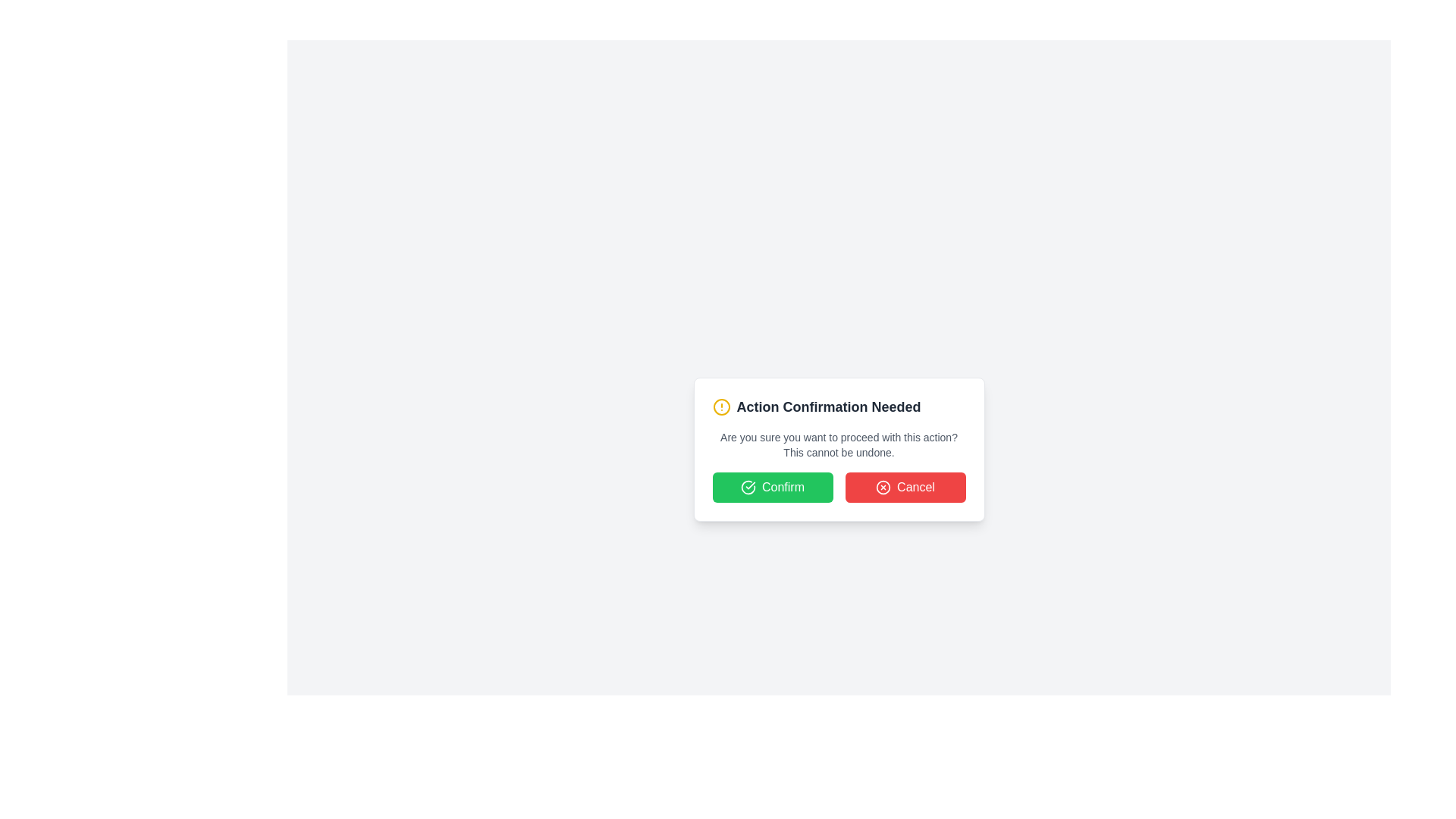 The width and height of the screenshot is (1456, 819). What do you see at coordinates (828, 406) in the screenshot?
I see `text label that serves as a heading for the dialog box, indicating that further confirmation is required for an action` at bounding box center [828, 406].